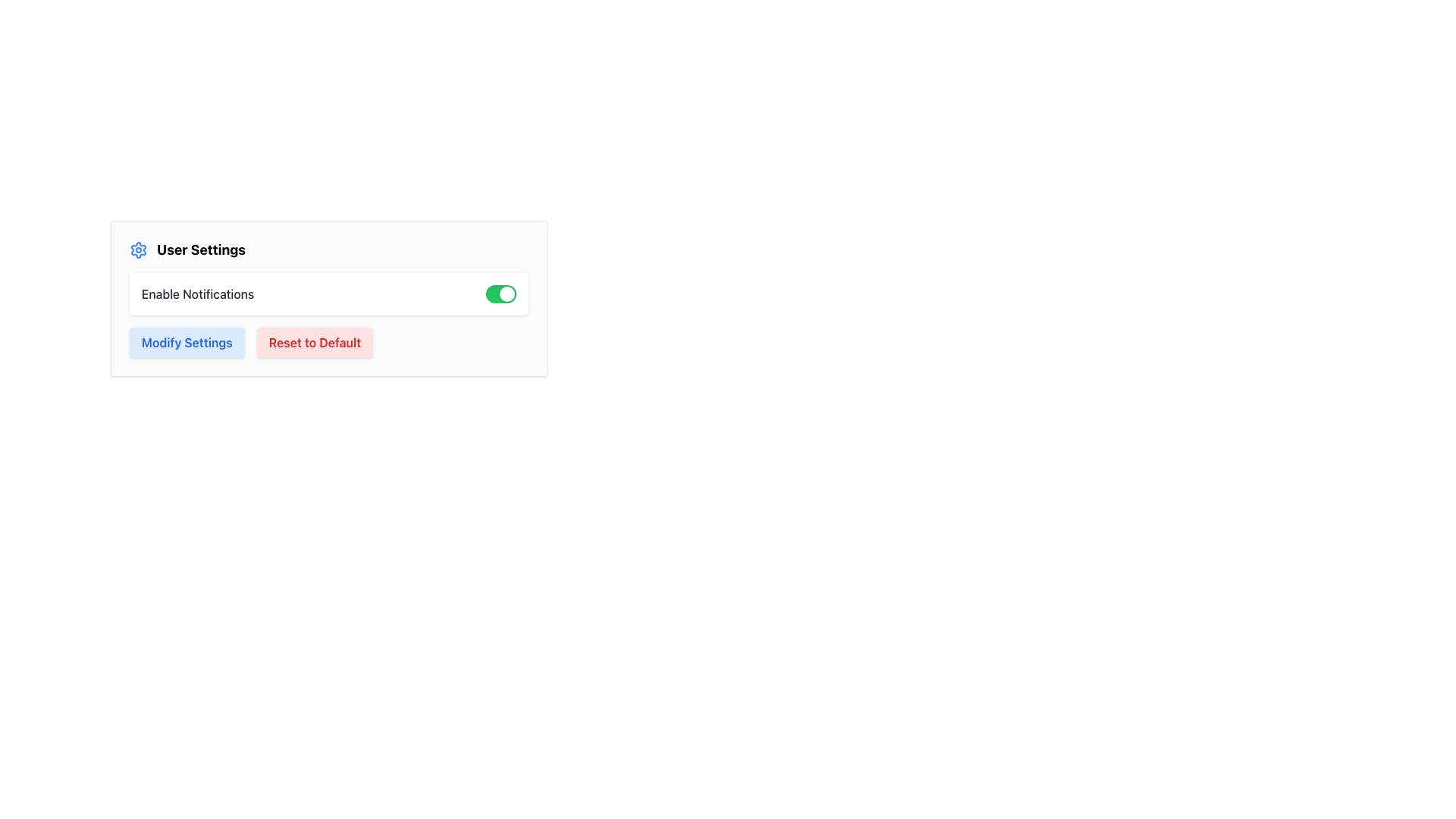 The width and height of the screenshot is (1456, 819). I want to click on the toggle switch located below the 'User Settings' title to change its state from enabled, so click(328, 294).